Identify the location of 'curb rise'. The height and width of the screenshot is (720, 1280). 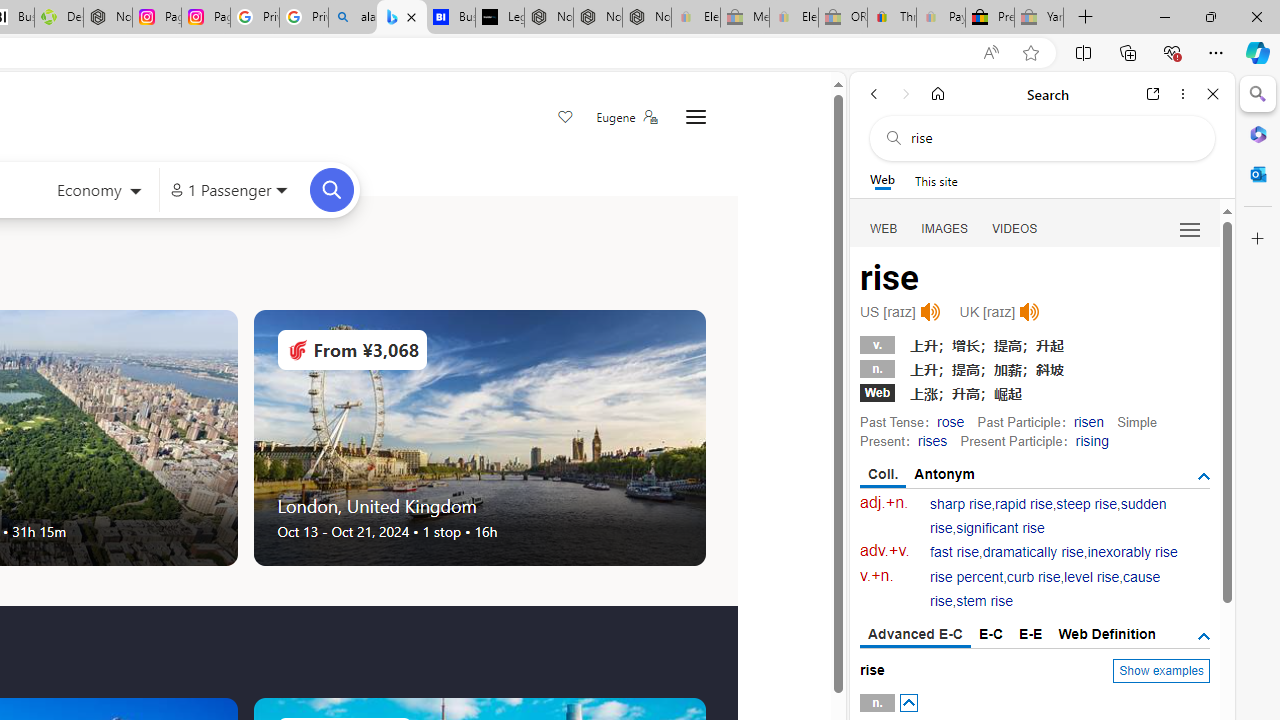
(1033, 577).